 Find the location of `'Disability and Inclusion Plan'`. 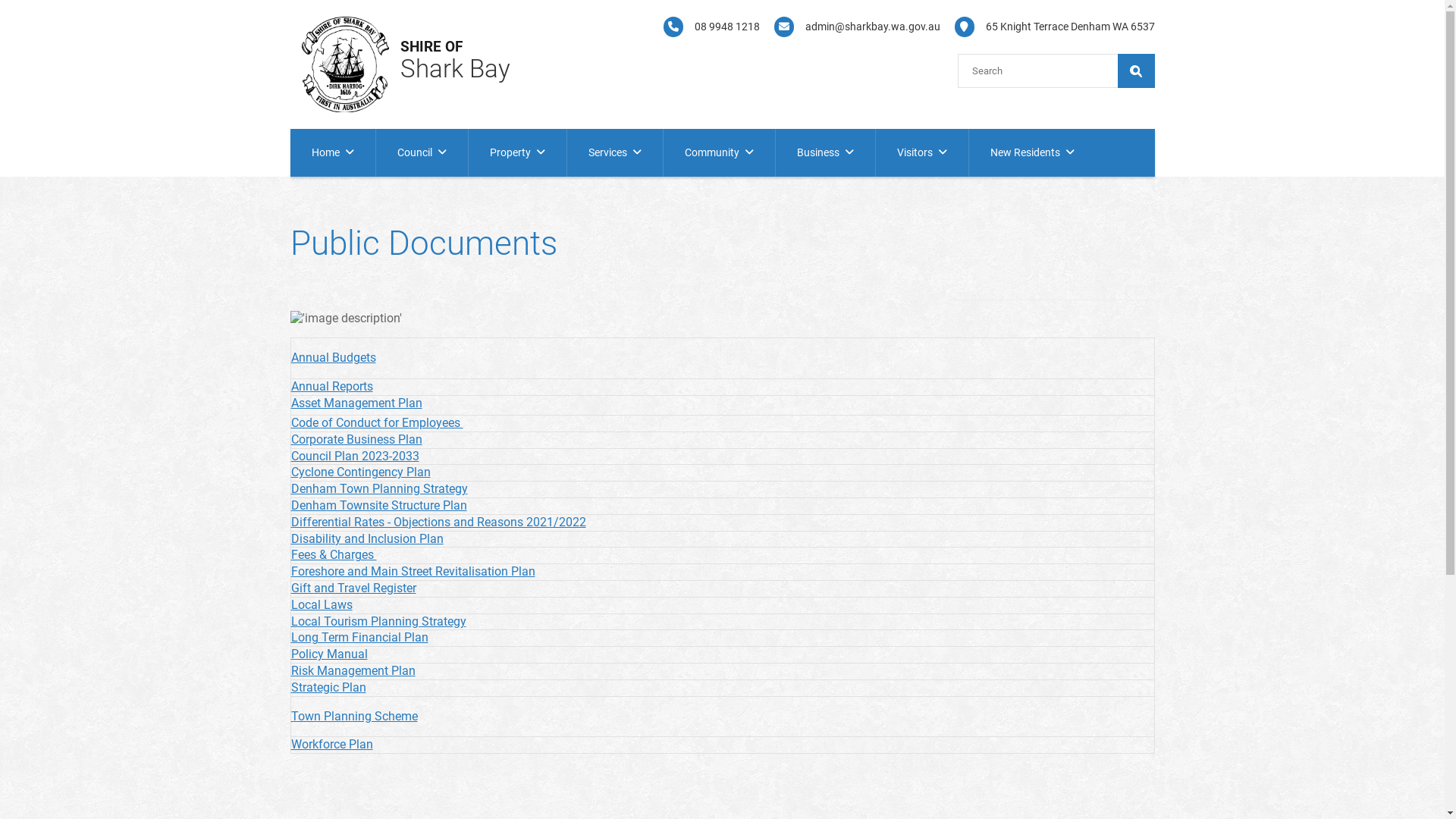

'Disability and Inclusion Plan' is located at coordinates (367, 538).